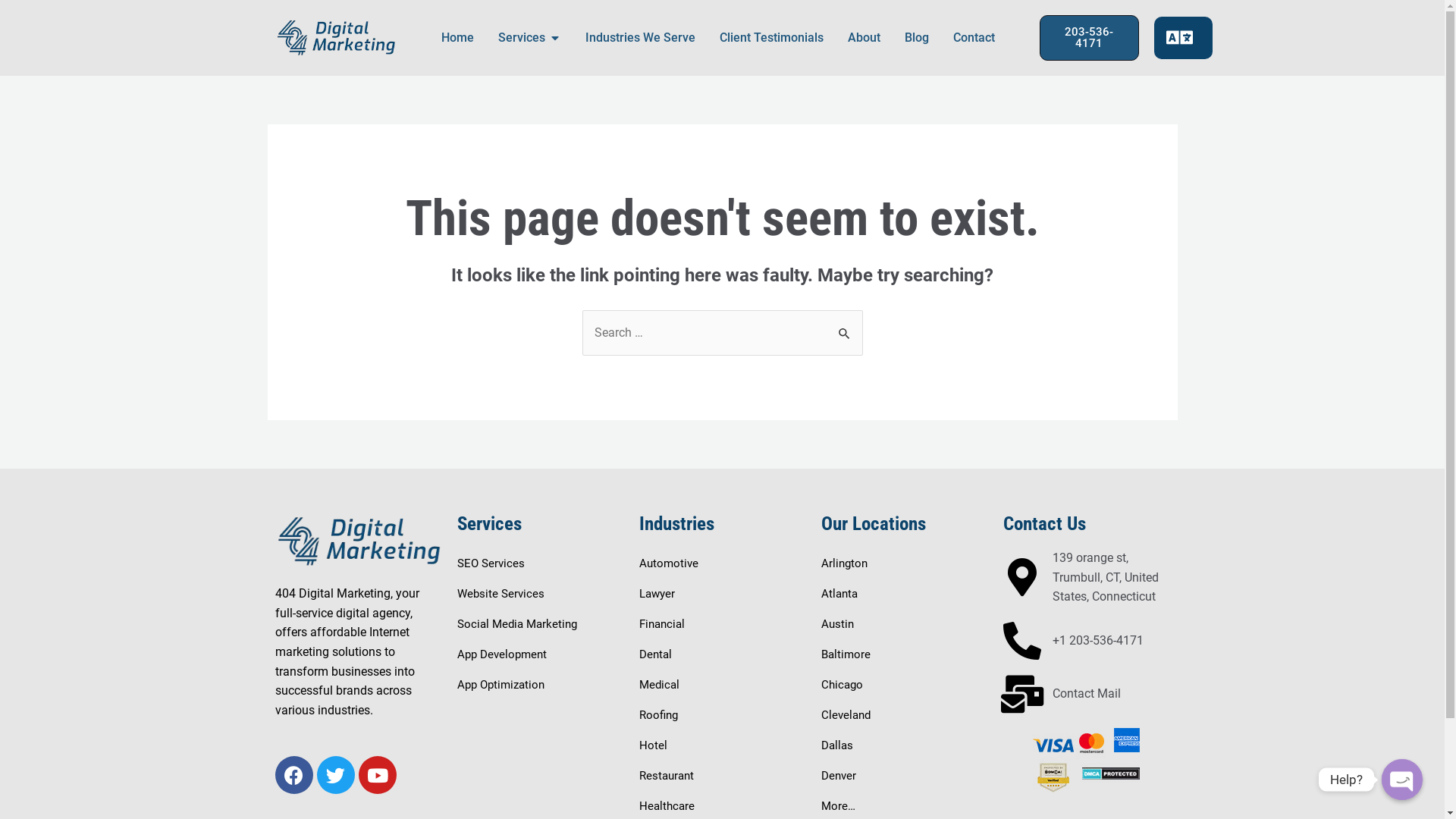 The height and width of the screenshot is (819, 1456). What do you see at coordinates (770, 37) in the screenshot?
I see `'Client Testimonials'` at bounding box center [770, 37].